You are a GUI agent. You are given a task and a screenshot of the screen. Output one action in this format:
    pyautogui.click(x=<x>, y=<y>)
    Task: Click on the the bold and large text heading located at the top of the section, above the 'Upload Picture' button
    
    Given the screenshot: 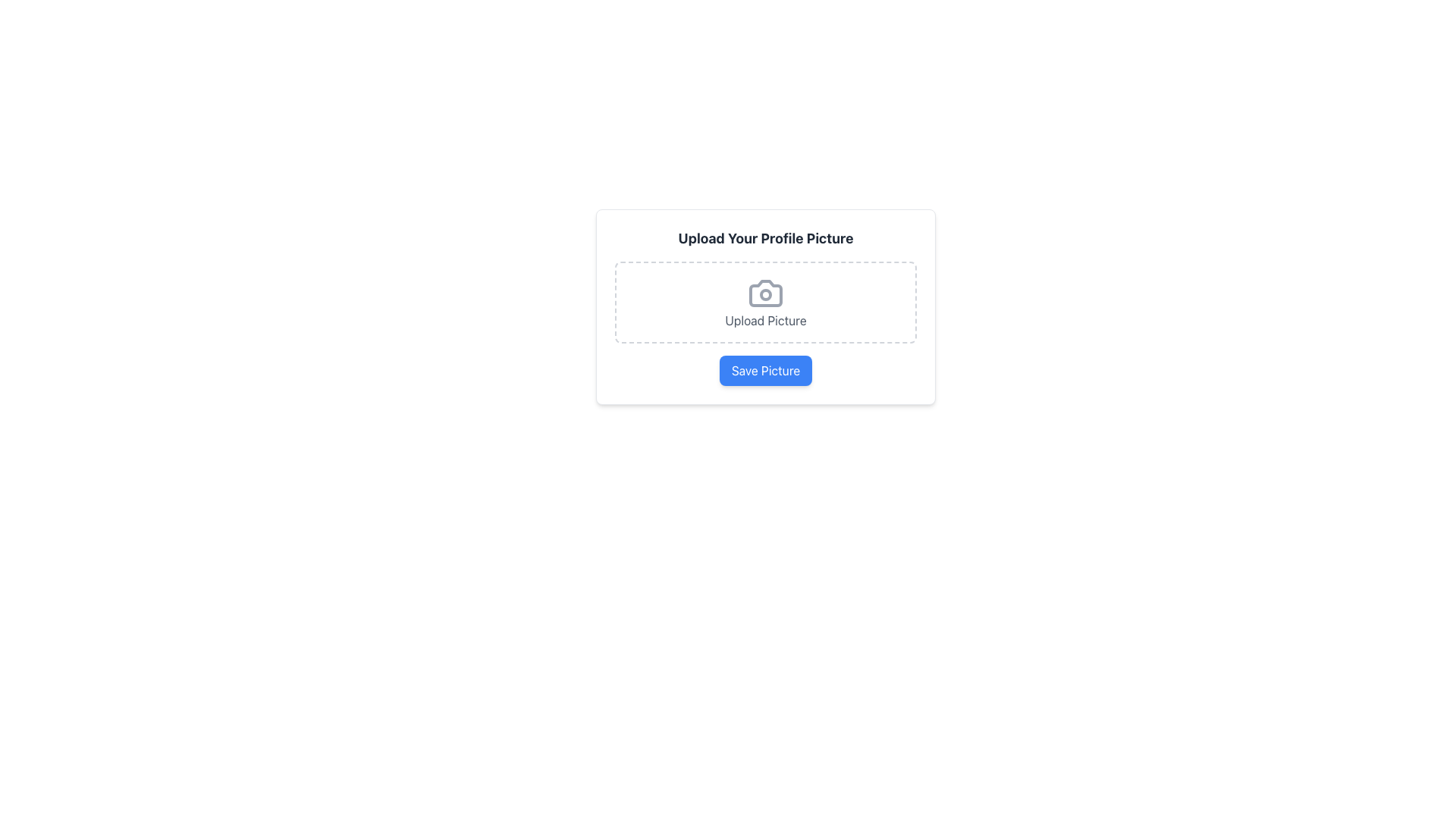 What is the action you would take?
    pyautogui.click(x=765, y=239)
    